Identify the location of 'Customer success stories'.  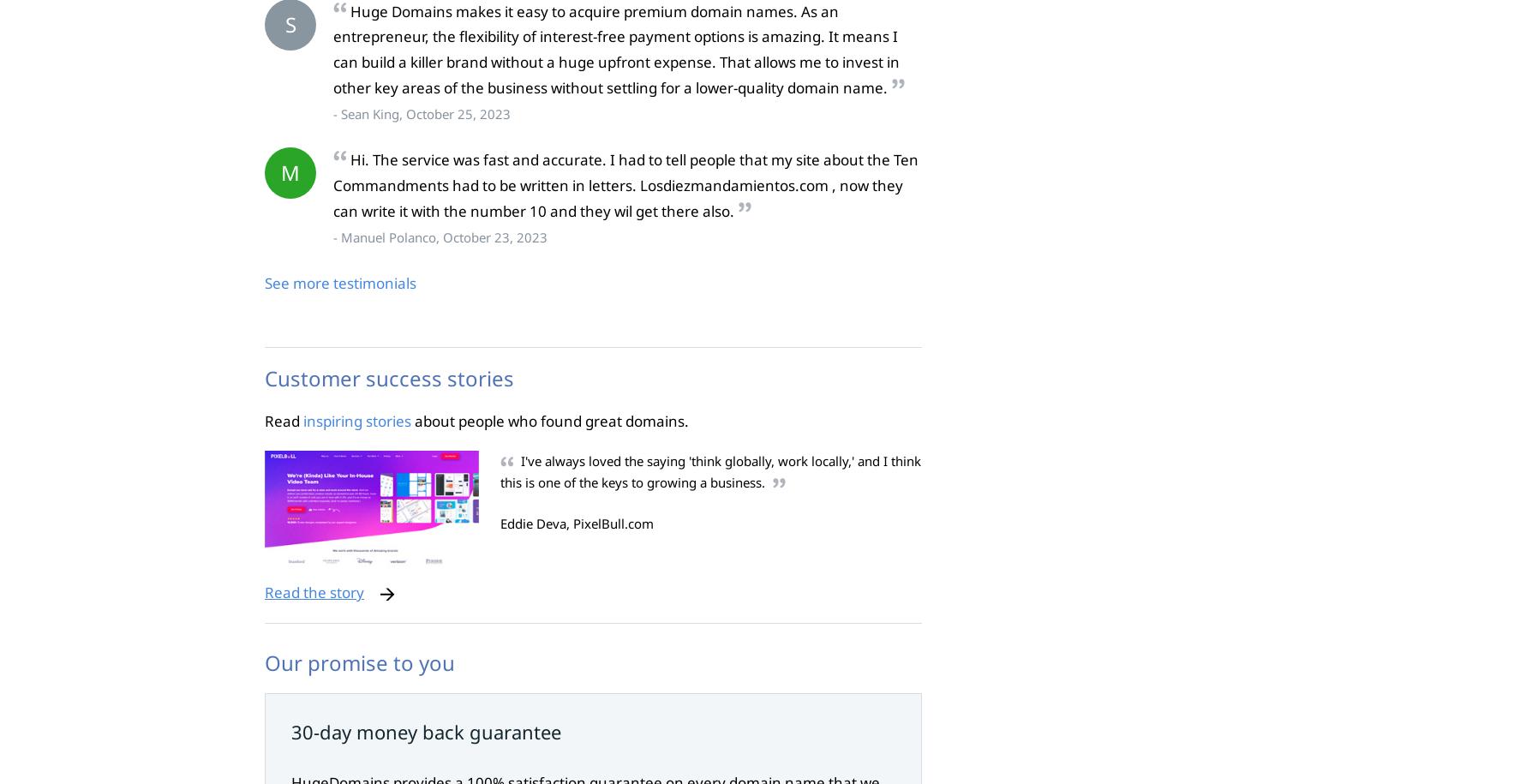
(389, 377).